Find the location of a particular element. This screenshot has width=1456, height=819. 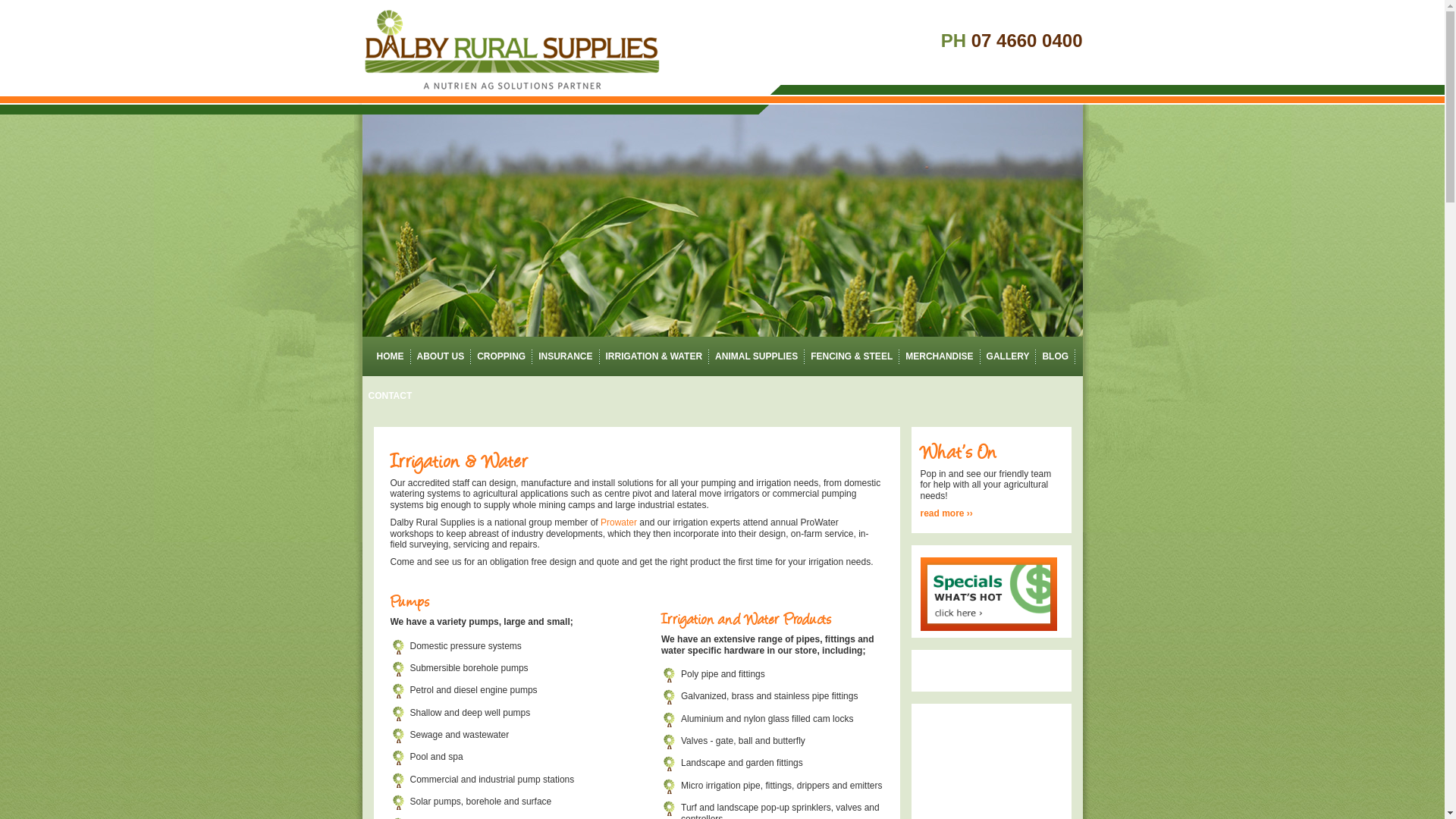

'GALLERY' is located at coordinates (1008, 356).